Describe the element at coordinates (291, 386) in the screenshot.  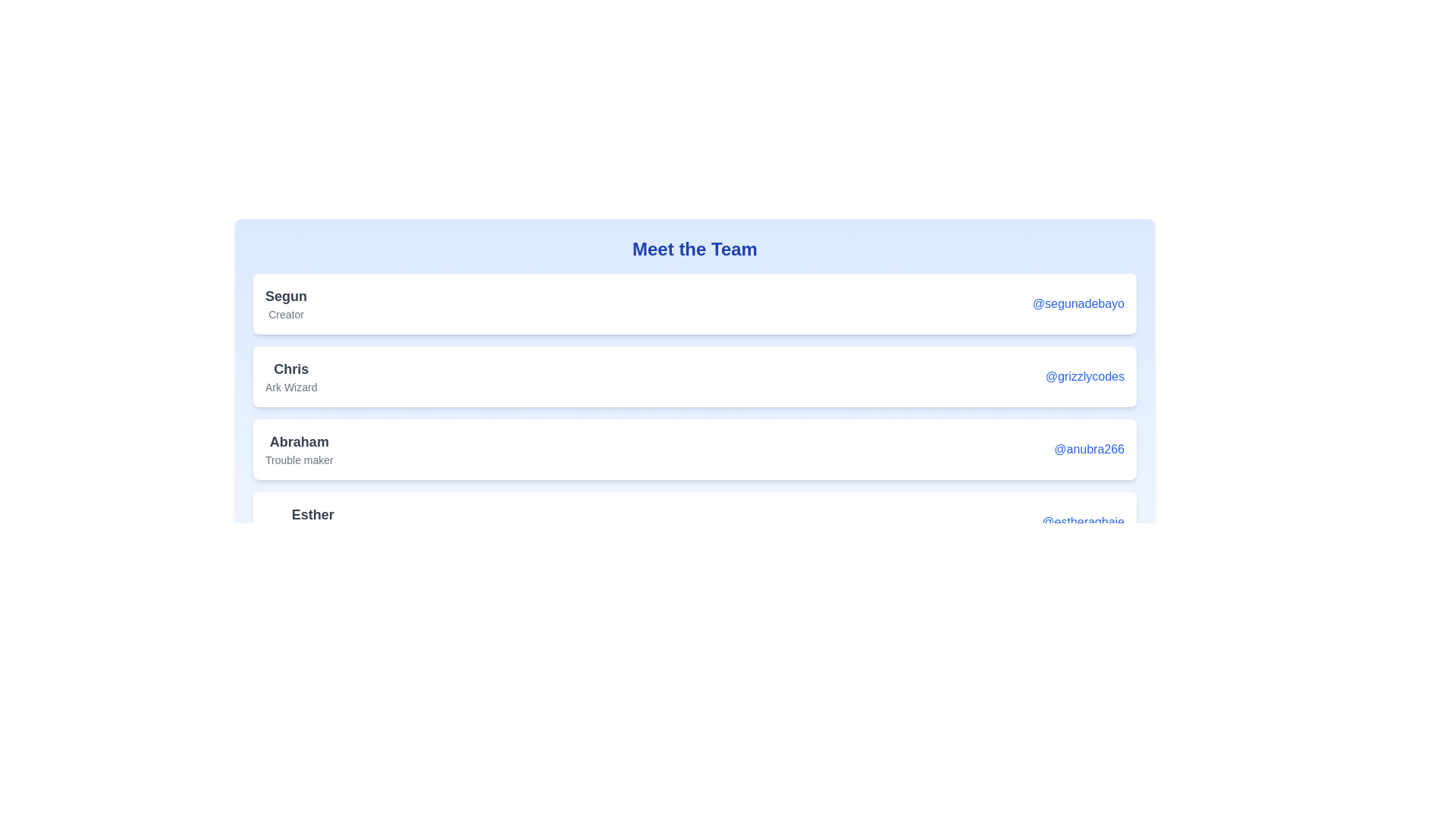
I see `the Text Label element displaying 'Ark Wizard', which is located beneath the 'Chris' text within the second card of team members` at that location.